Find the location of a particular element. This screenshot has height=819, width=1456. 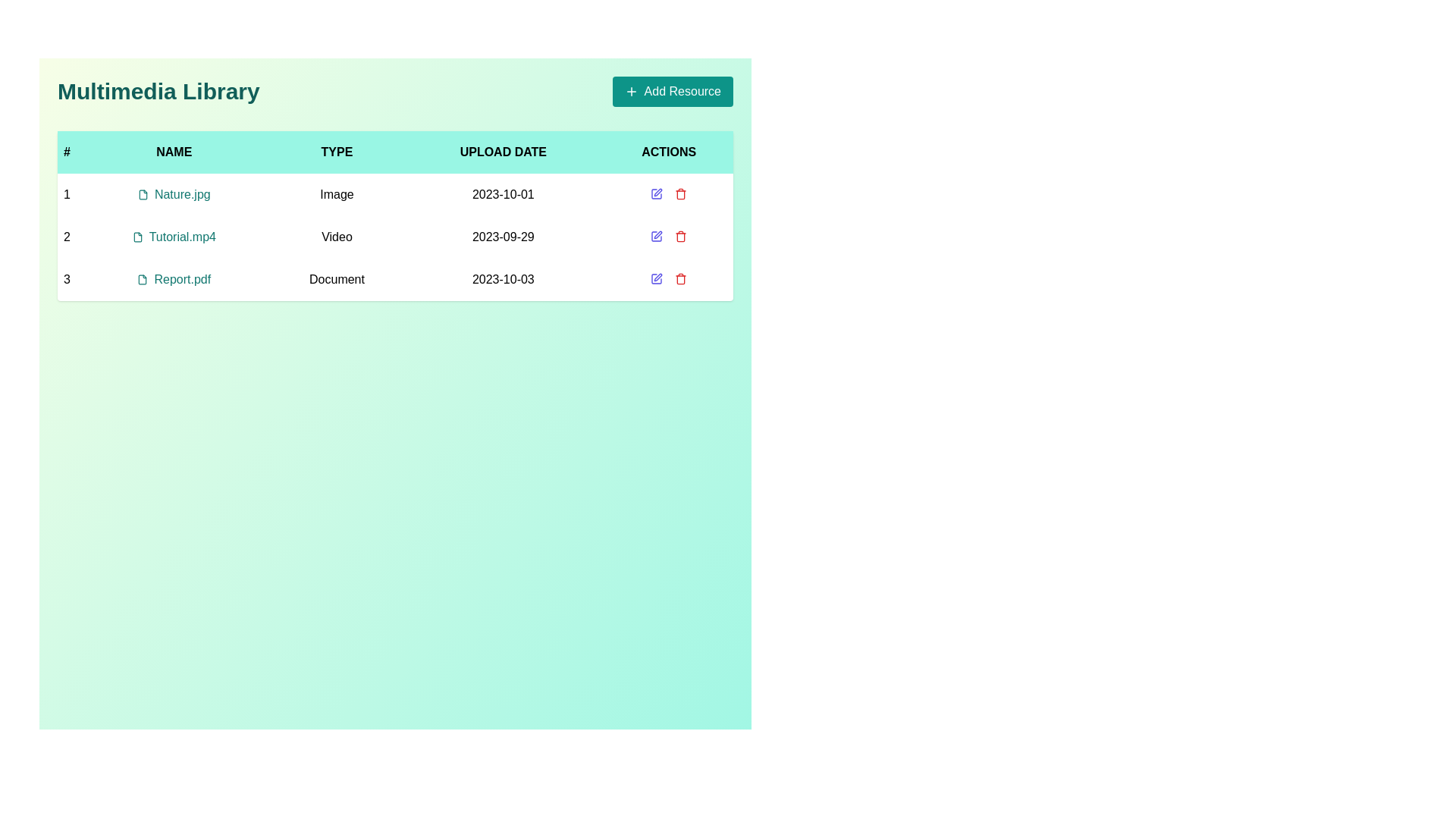

the icon representing the document entry 'Report.pdf' is located at coordinates (143, 280).